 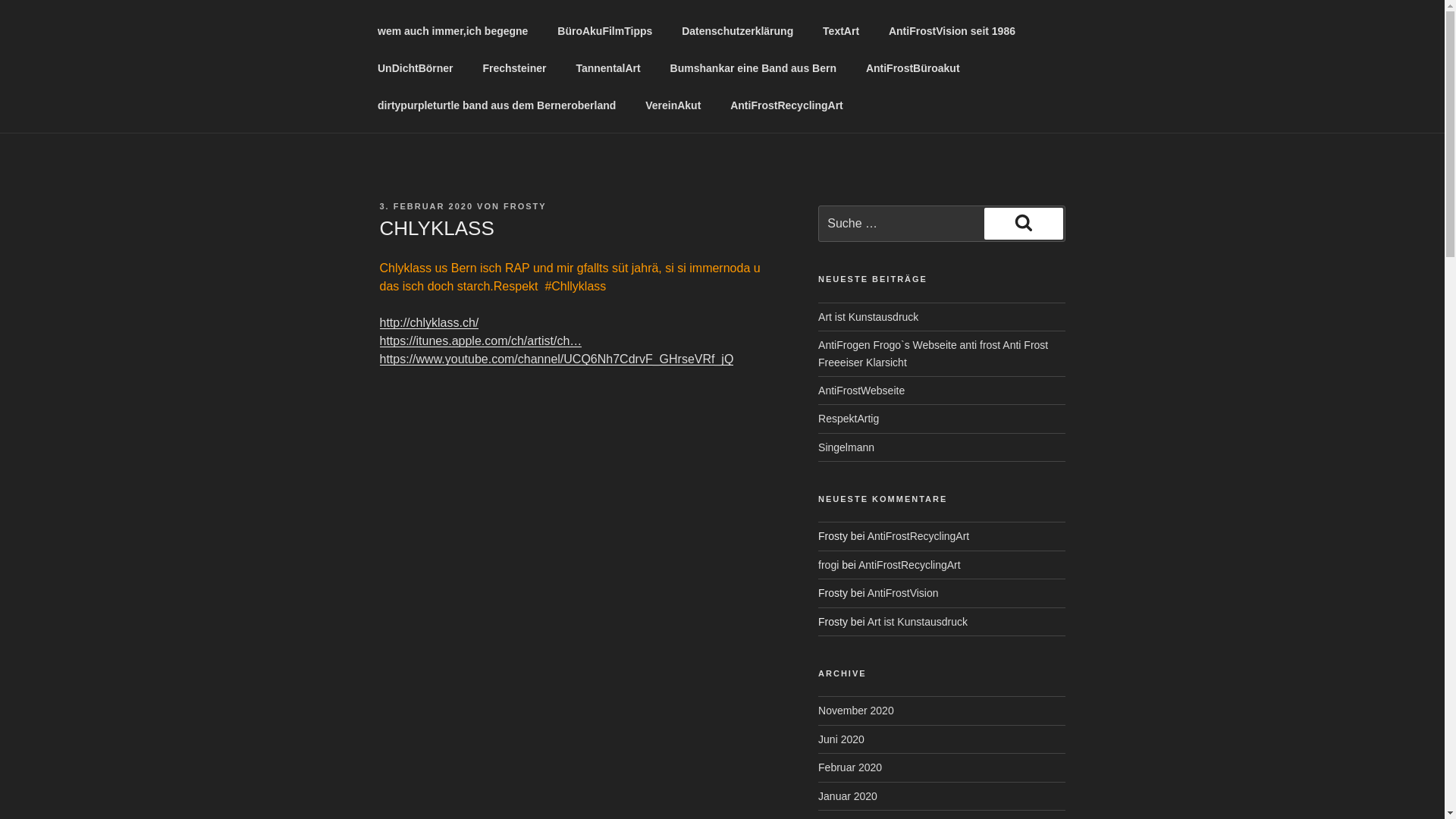 What do you see at coordinates (753, 68) in the screenshot?
I see `'Bumshankar eine Band aus Bern'` at bounding box center [753, 68].